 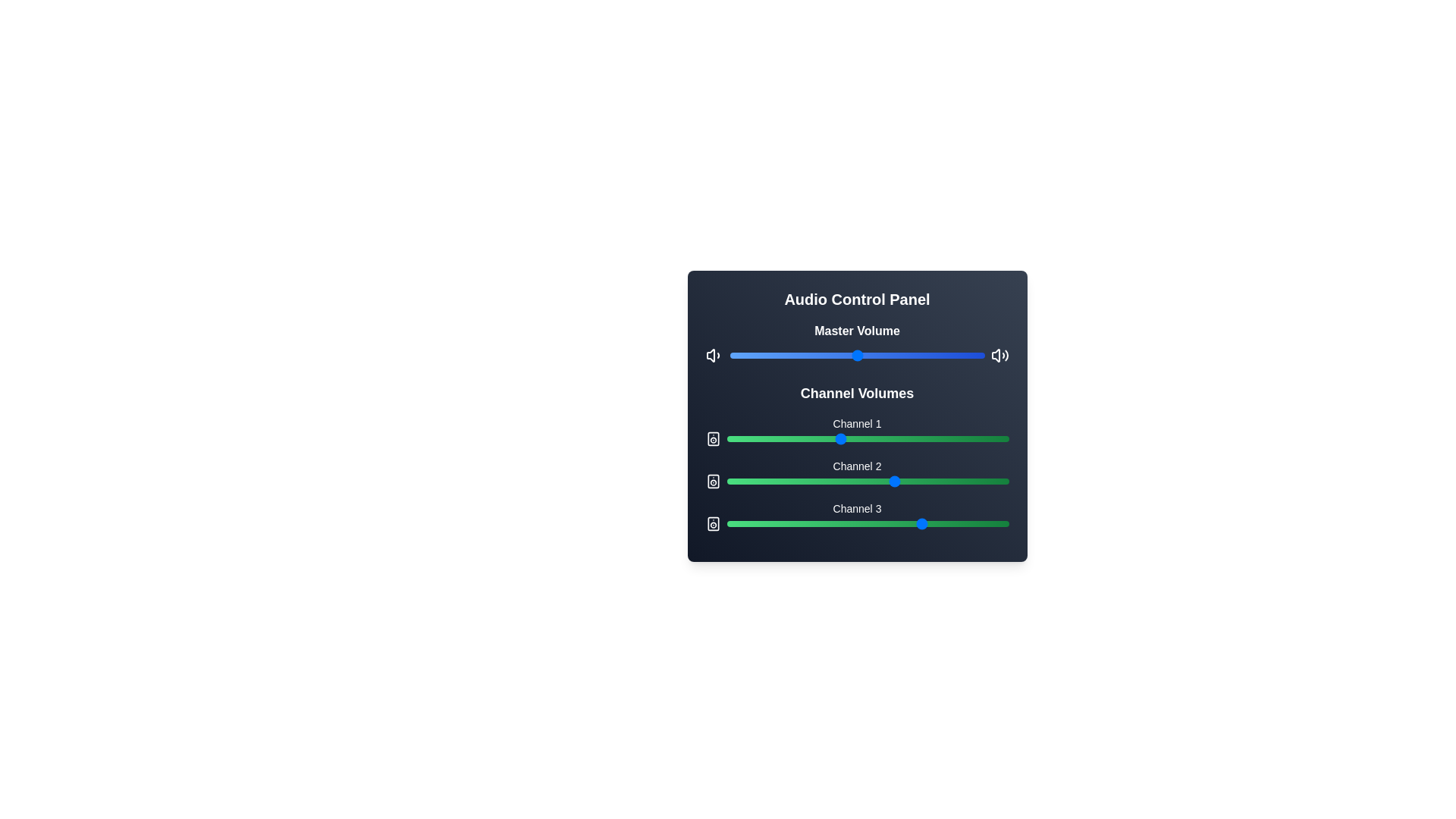 I want to click on the 'Channel 3' slider control on the green bar, so click(x=857, y=516).